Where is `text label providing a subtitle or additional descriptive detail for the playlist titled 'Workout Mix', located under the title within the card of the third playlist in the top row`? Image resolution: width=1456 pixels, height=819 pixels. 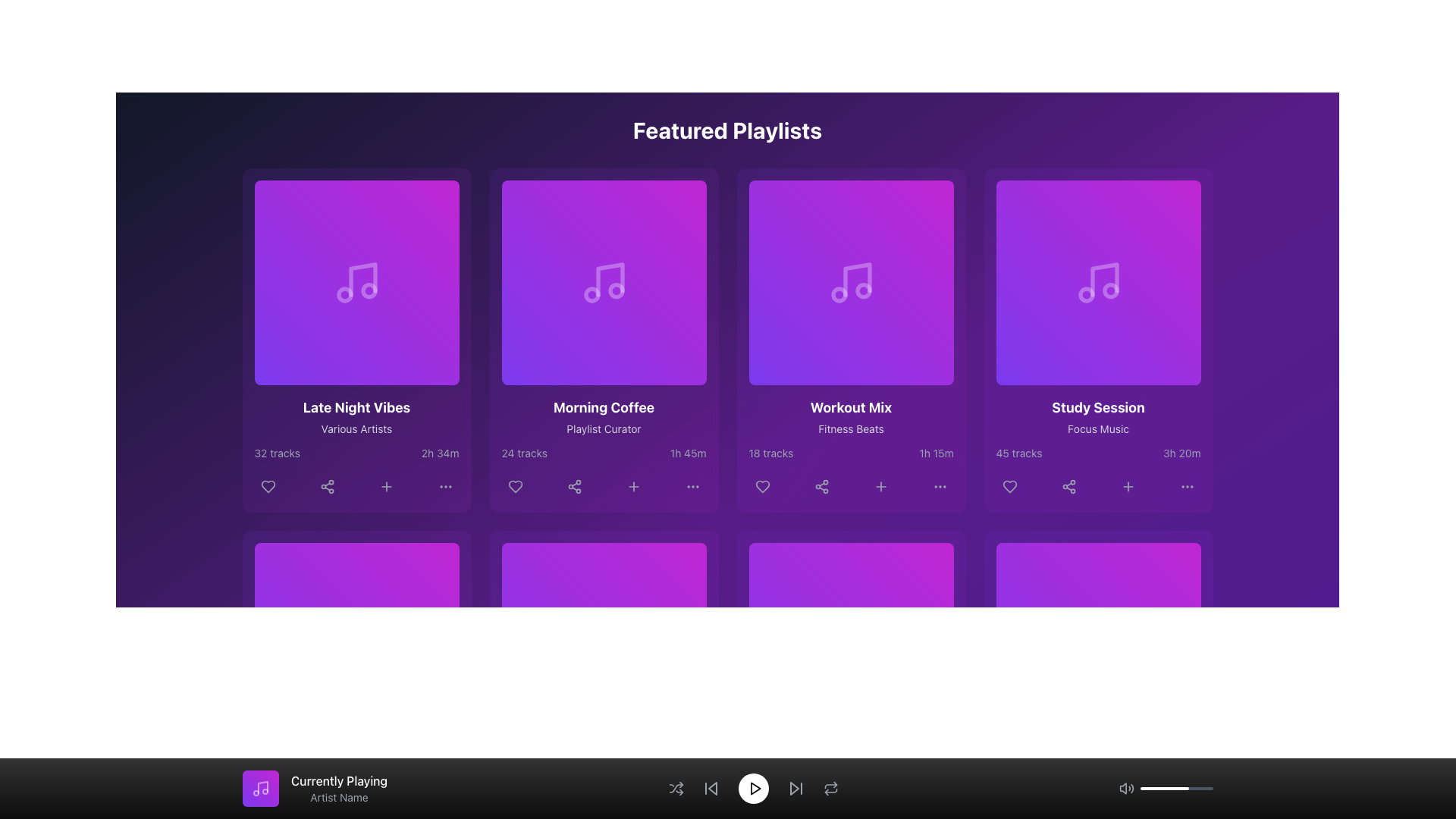 text label providing a subtitle or additional descriptive detail for the playlist titled 'Workout Mix', located under the title within the card of the third playlist in the top row is located at coordinates (851, 429).